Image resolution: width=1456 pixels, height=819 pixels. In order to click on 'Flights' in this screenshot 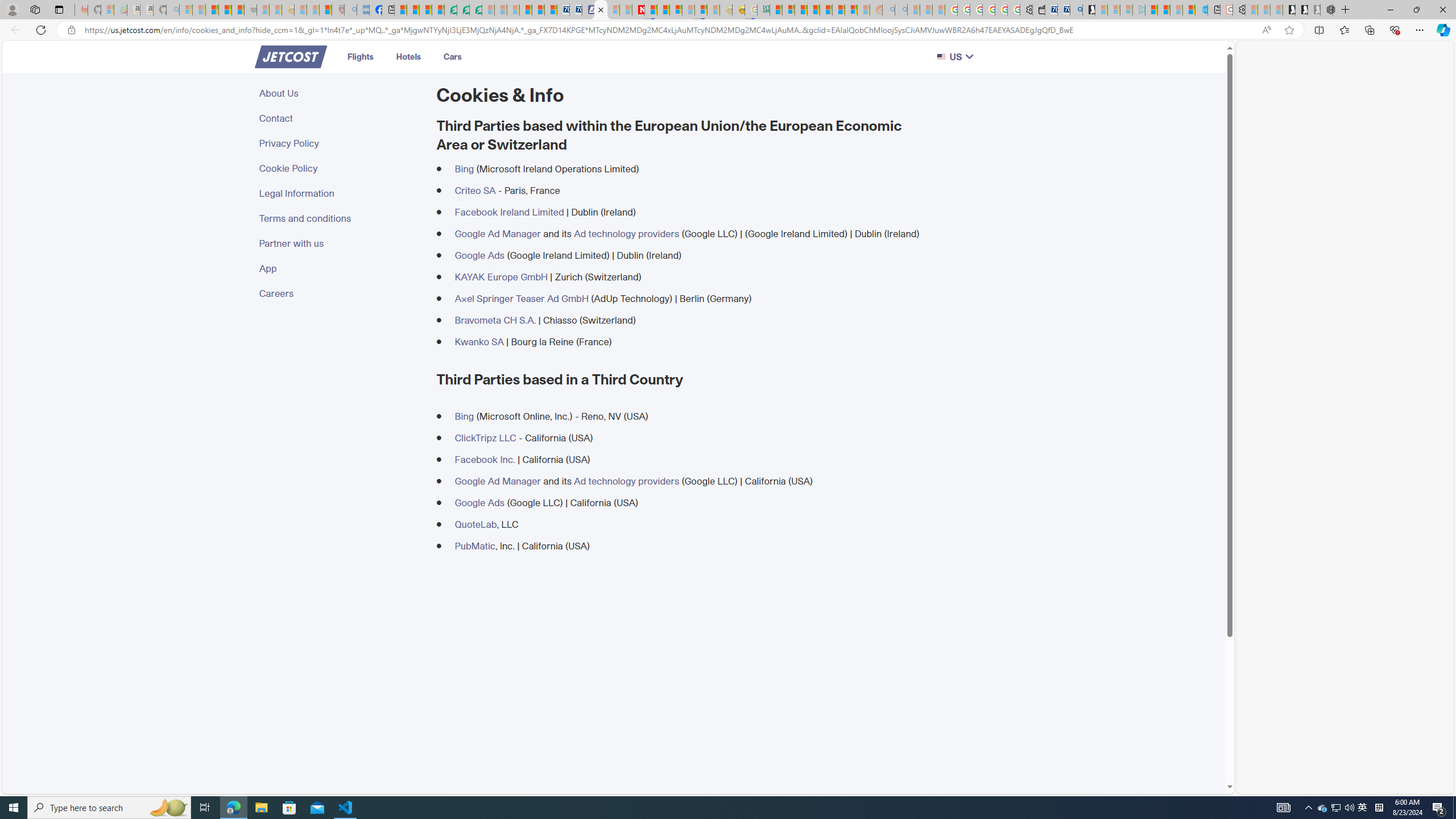, I will do `click(359, 56)`.